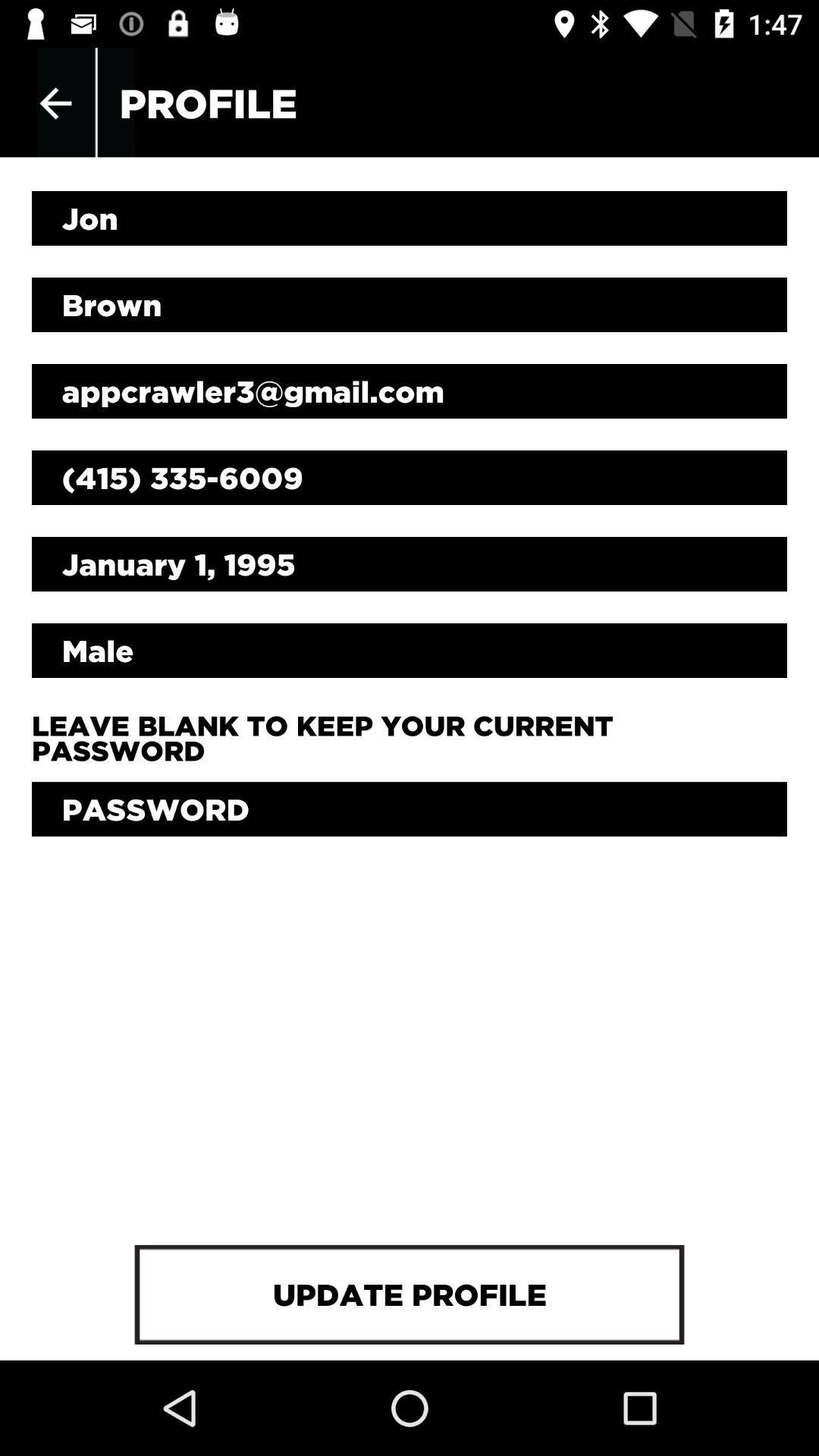  I want to click on the (415) 335-6009, so click(409, 476).